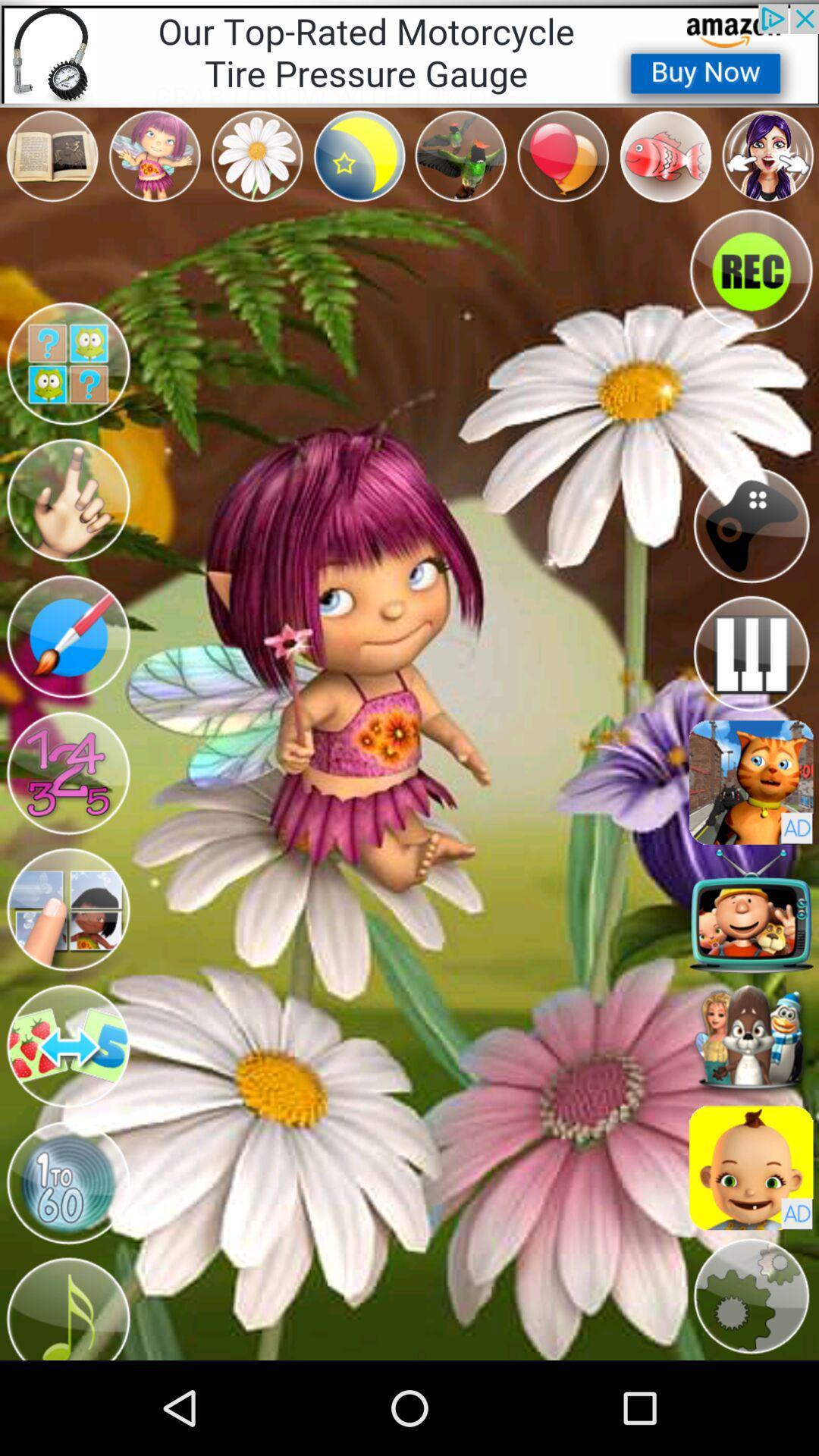 The height and width of the screenshot is (1456, 819). Describe the element at coordinates (67, 637) in the screenshot. I see `use pencil` at that location.